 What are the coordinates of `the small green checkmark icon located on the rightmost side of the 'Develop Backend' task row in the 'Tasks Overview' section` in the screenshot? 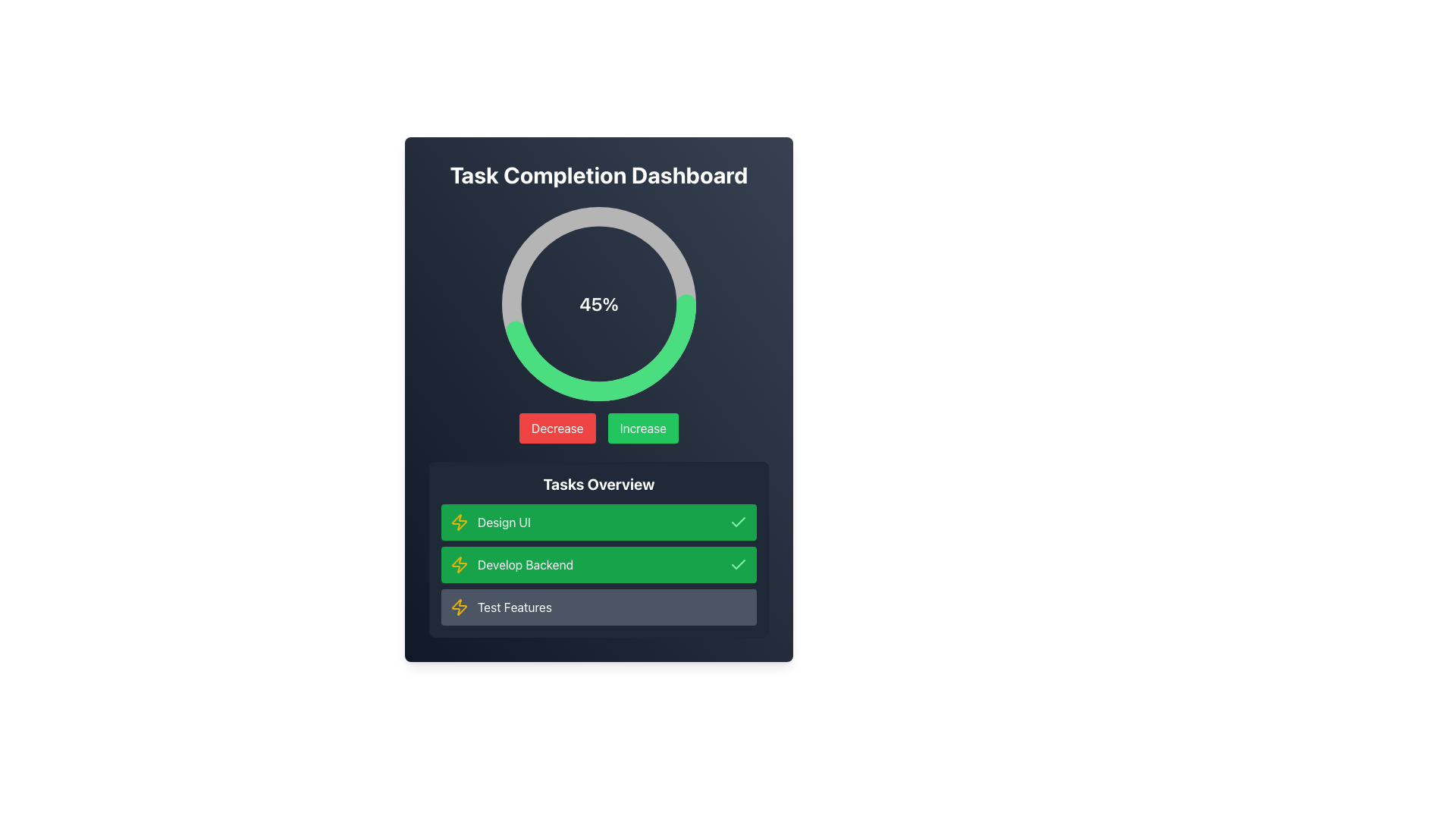 It's located at (739, 521).